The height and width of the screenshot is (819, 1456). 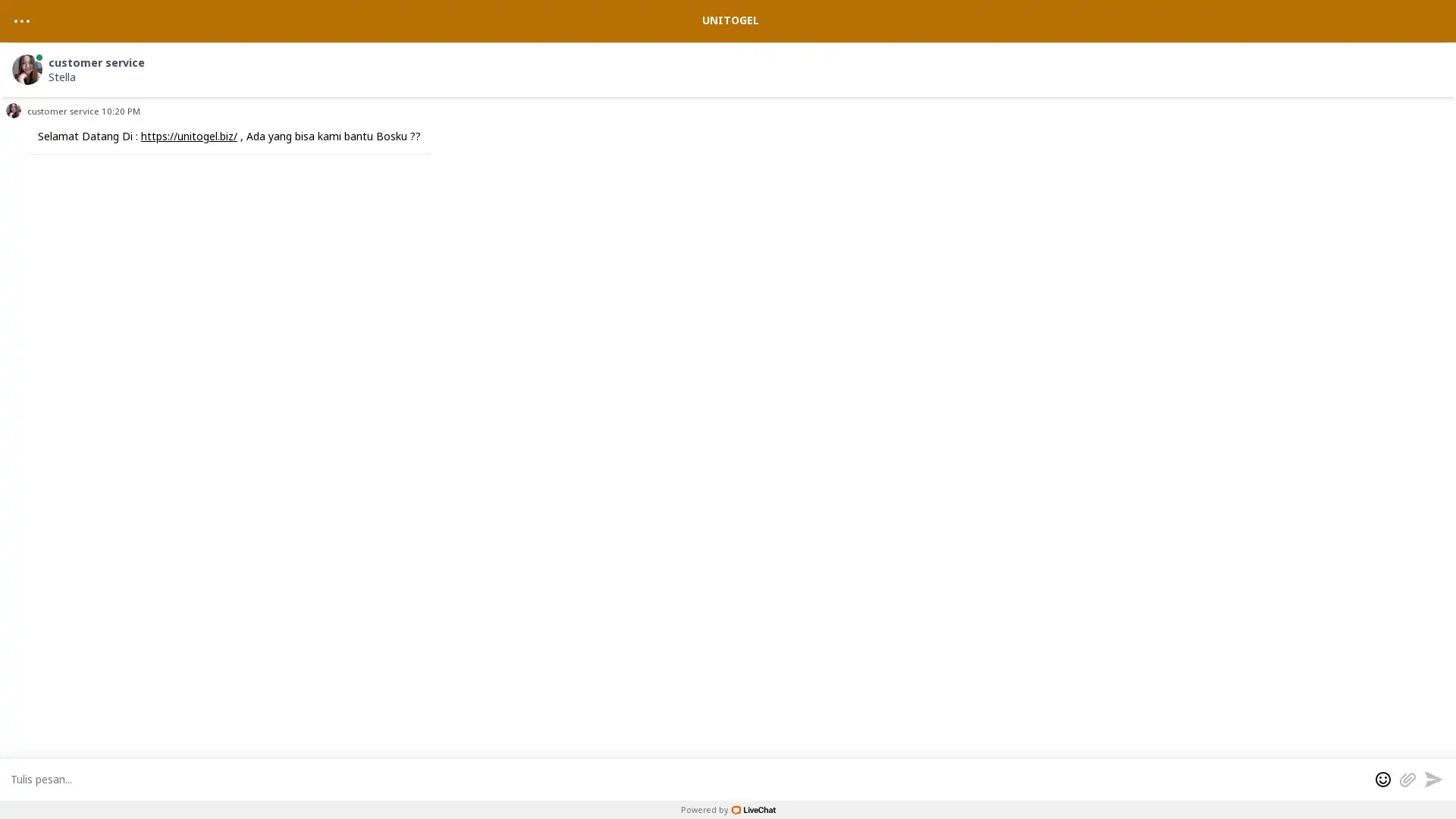 I want to click on customer service, so click(x=730, y=66).